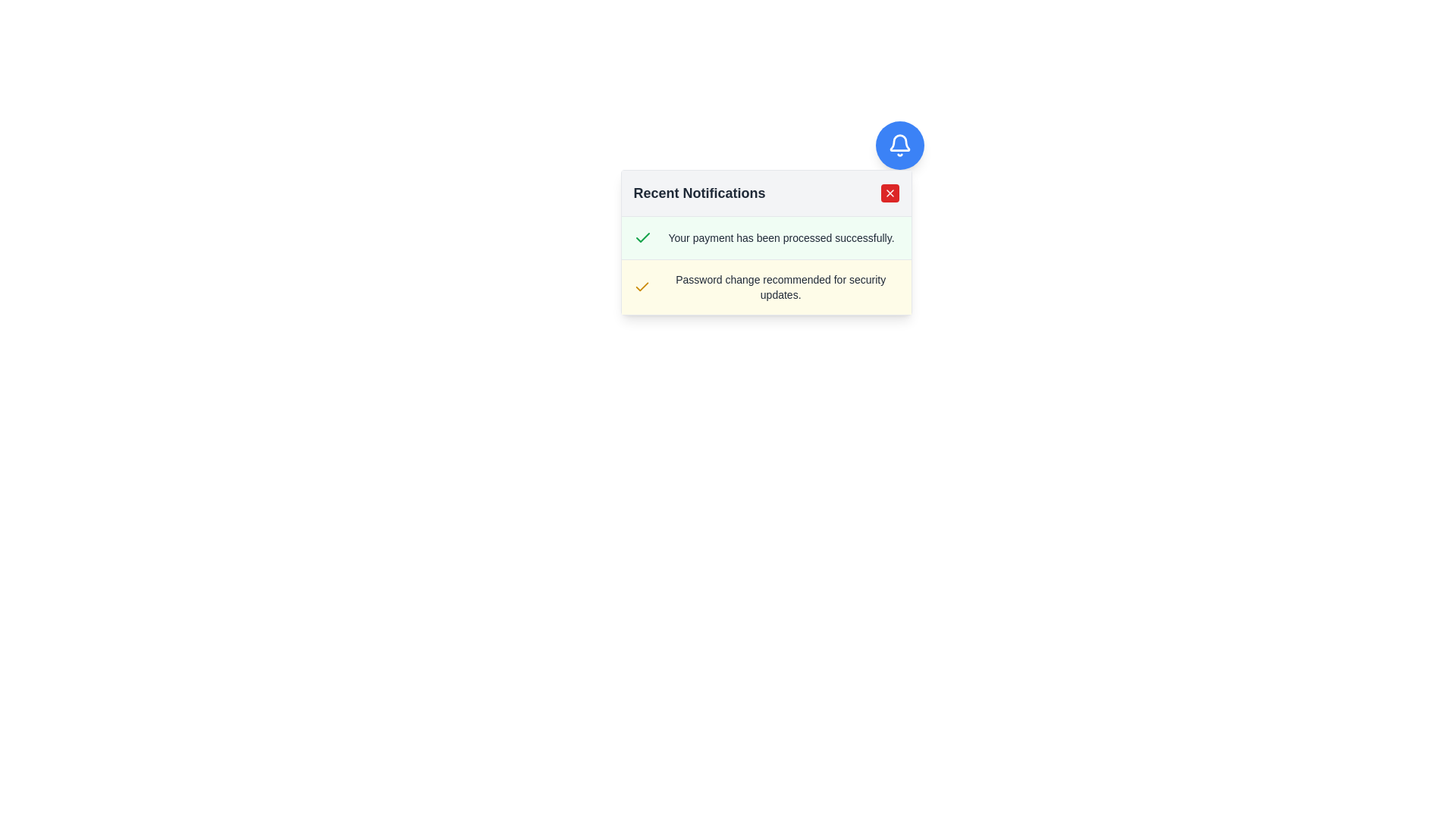  What do you see at coordinates (766, 287) in the screenshot?
I see `the notification message with a yellow background that recommends a password change for security updates, located below the payment processing notification` at bounding box center [766, 287].